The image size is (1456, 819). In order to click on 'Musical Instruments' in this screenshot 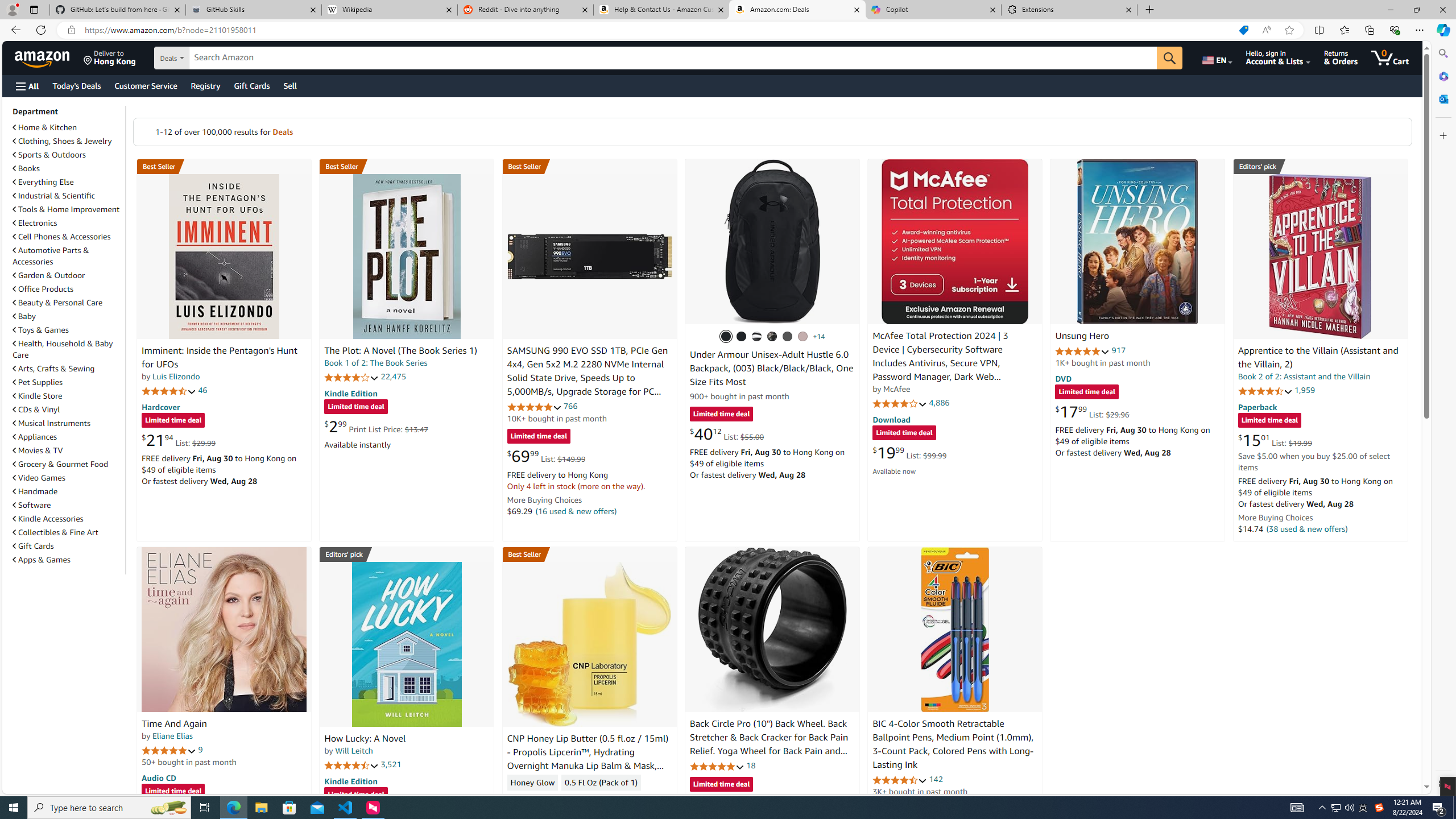, I will do `click(67, 423)`.